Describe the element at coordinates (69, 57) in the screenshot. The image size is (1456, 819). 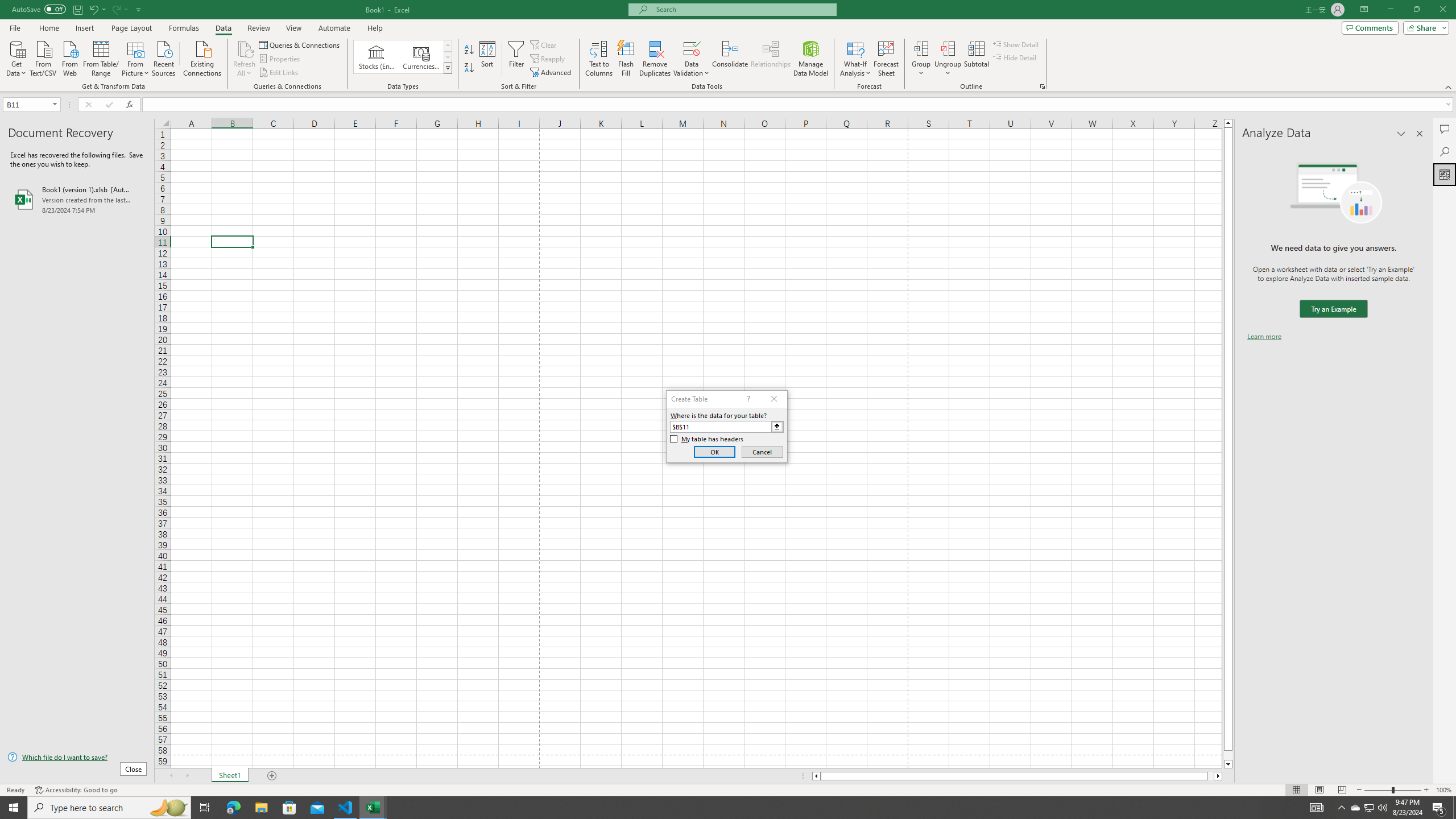
I see `'From Web'` at that location.